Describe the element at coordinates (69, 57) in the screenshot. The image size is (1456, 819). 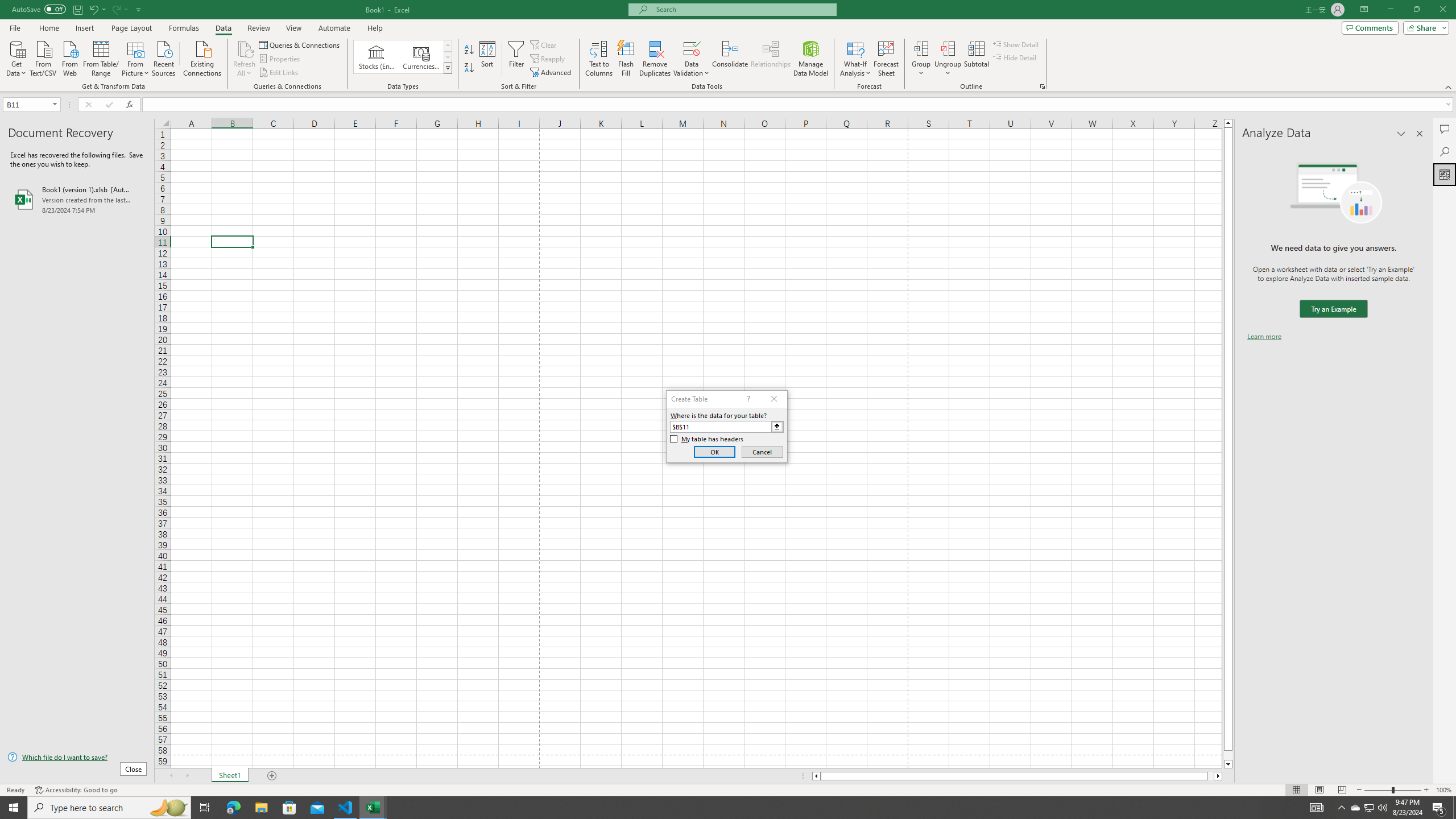
I see `'From Web'` at that location.